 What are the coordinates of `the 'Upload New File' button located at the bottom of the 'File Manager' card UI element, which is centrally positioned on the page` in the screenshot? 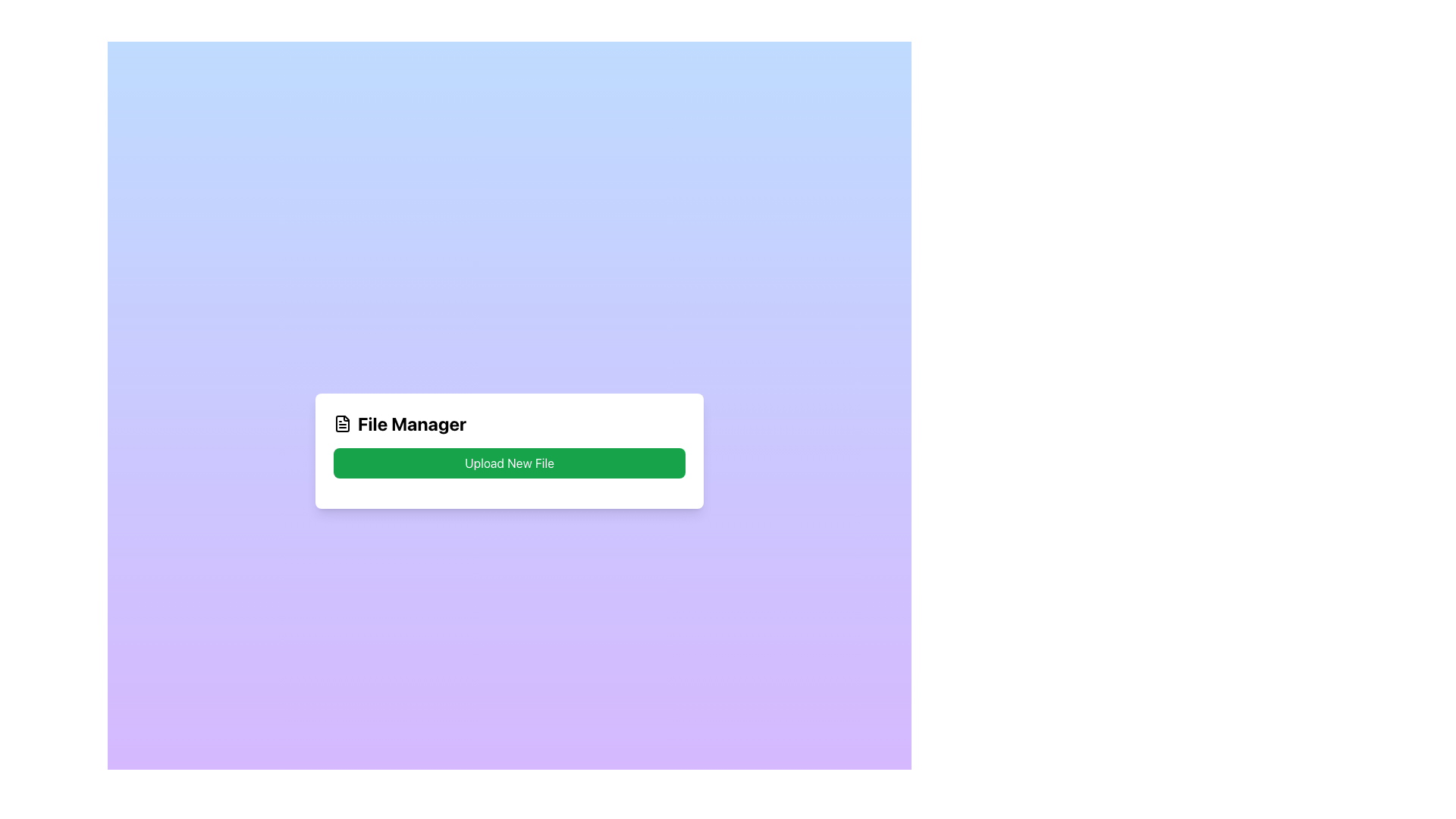 It's located at (510, 450).